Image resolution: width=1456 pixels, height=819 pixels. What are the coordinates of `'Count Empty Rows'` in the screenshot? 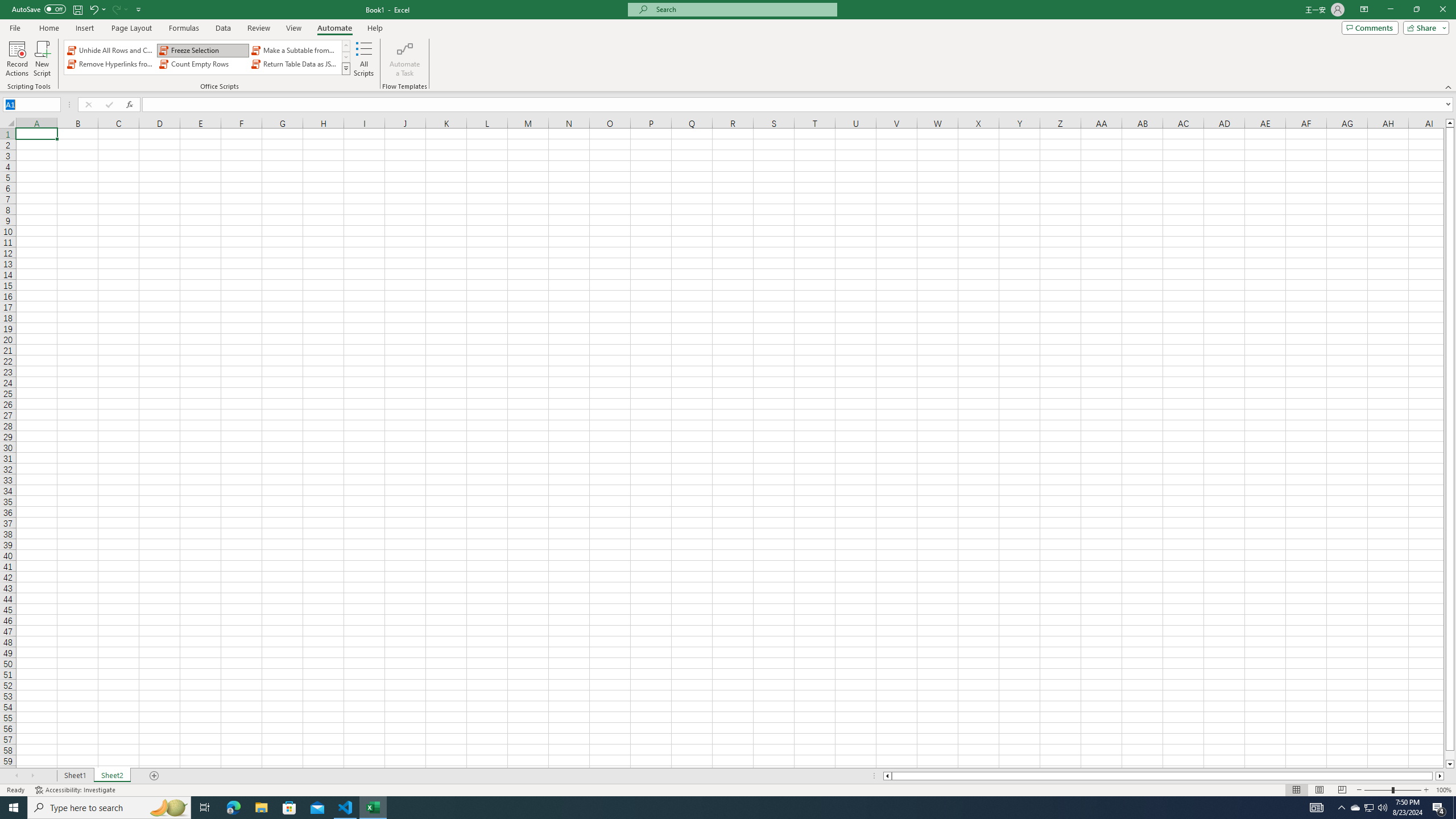 It's located at (202, 64).